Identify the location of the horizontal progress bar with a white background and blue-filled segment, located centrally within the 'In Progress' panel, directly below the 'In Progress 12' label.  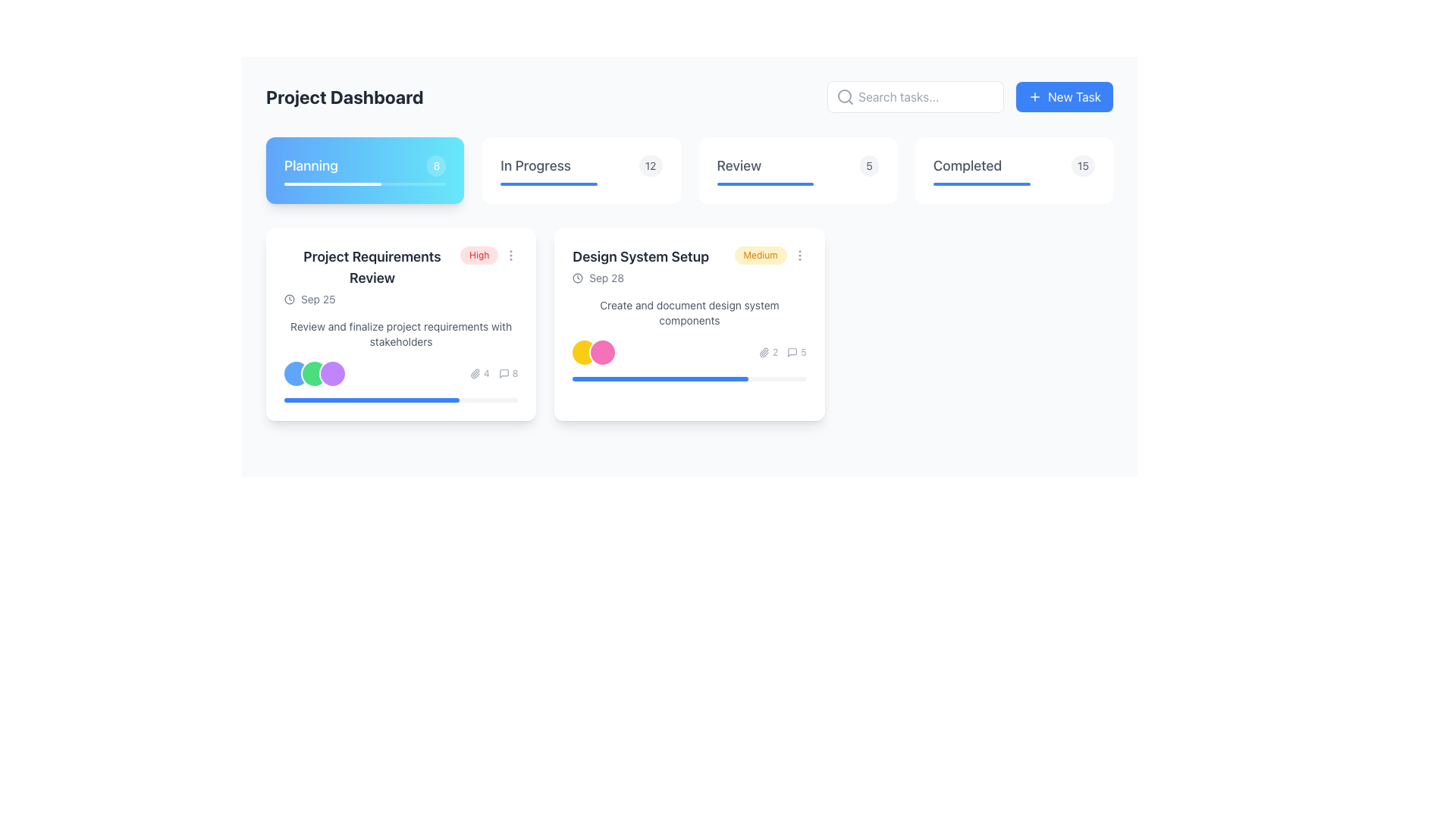
(580, 184).